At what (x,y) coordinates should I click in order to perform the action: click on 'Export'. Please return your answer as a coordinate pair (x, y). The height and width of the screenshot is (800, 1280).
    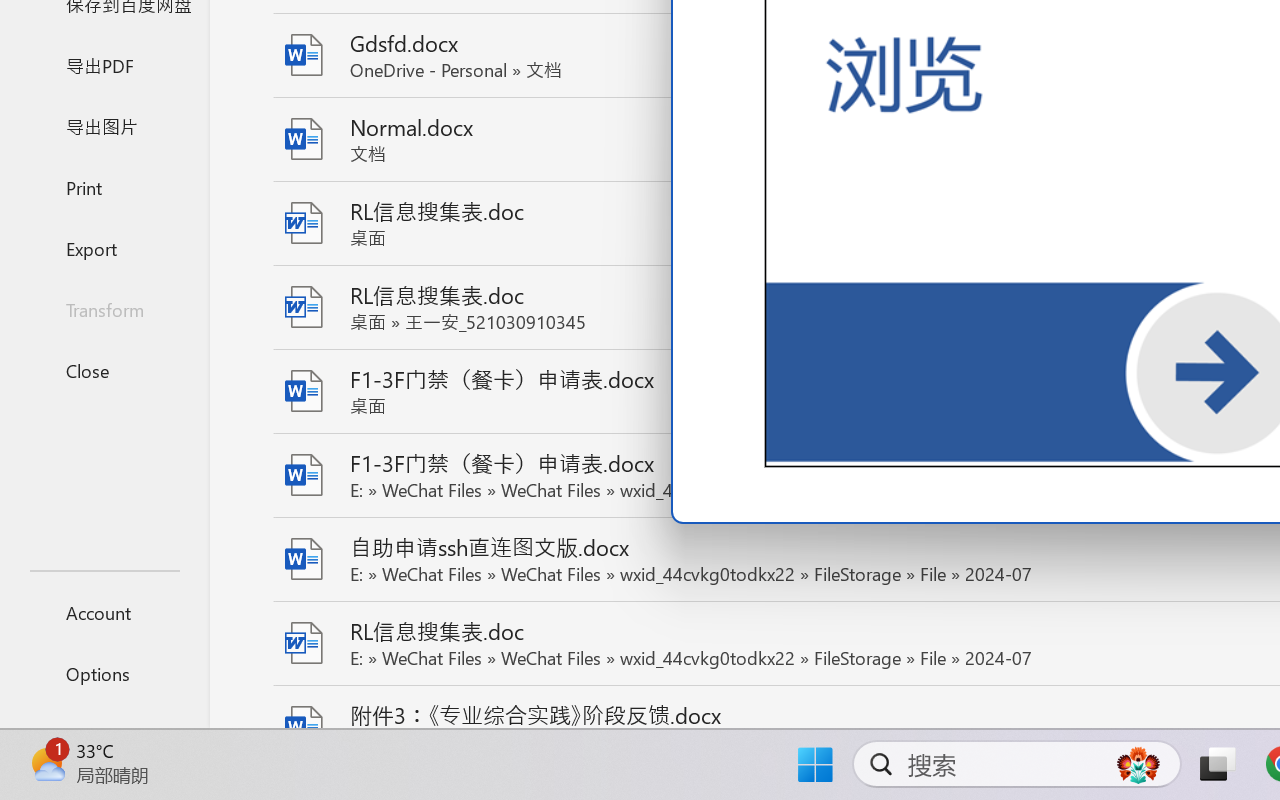
    Looking at the image, I should click on (103, 247).